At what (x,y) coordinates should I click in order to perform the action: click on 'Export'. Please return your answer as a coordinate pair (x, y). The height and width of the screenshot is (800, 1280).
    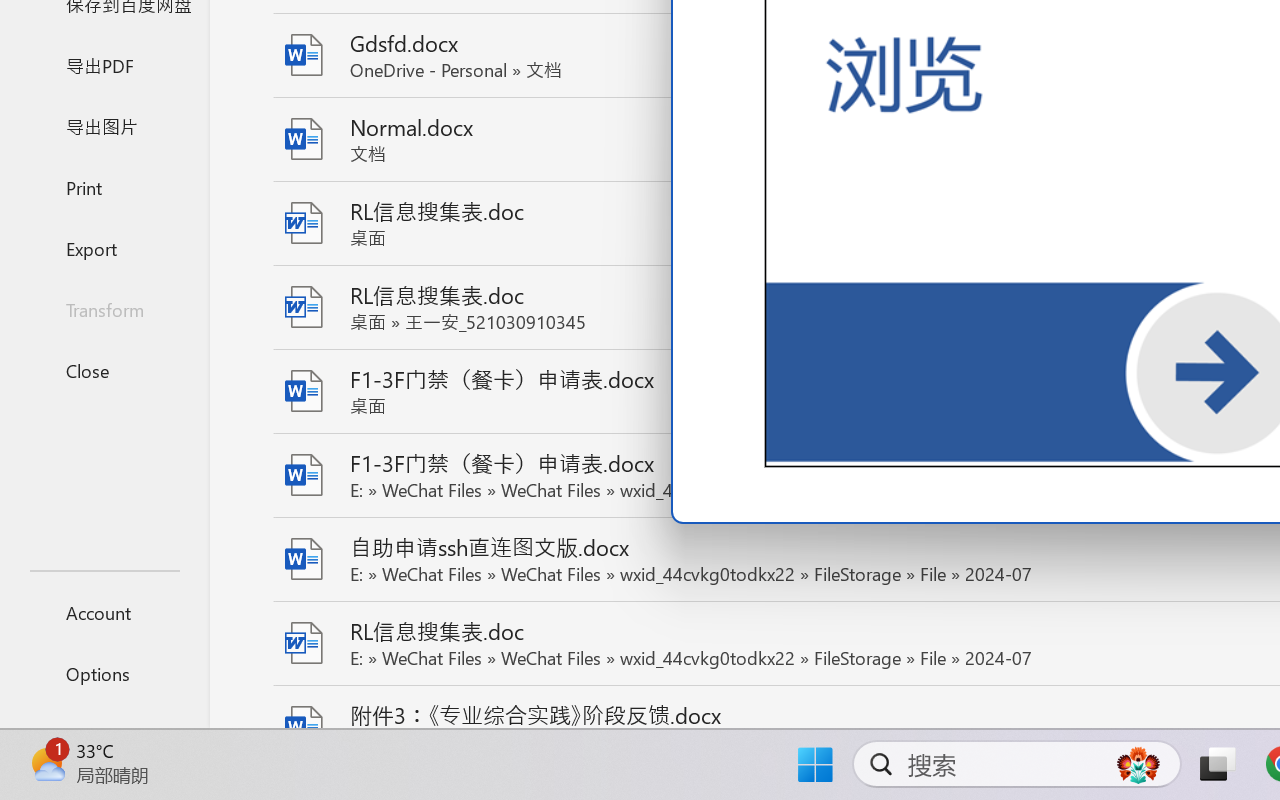
    Looking at the image, I should click on (103, 247).